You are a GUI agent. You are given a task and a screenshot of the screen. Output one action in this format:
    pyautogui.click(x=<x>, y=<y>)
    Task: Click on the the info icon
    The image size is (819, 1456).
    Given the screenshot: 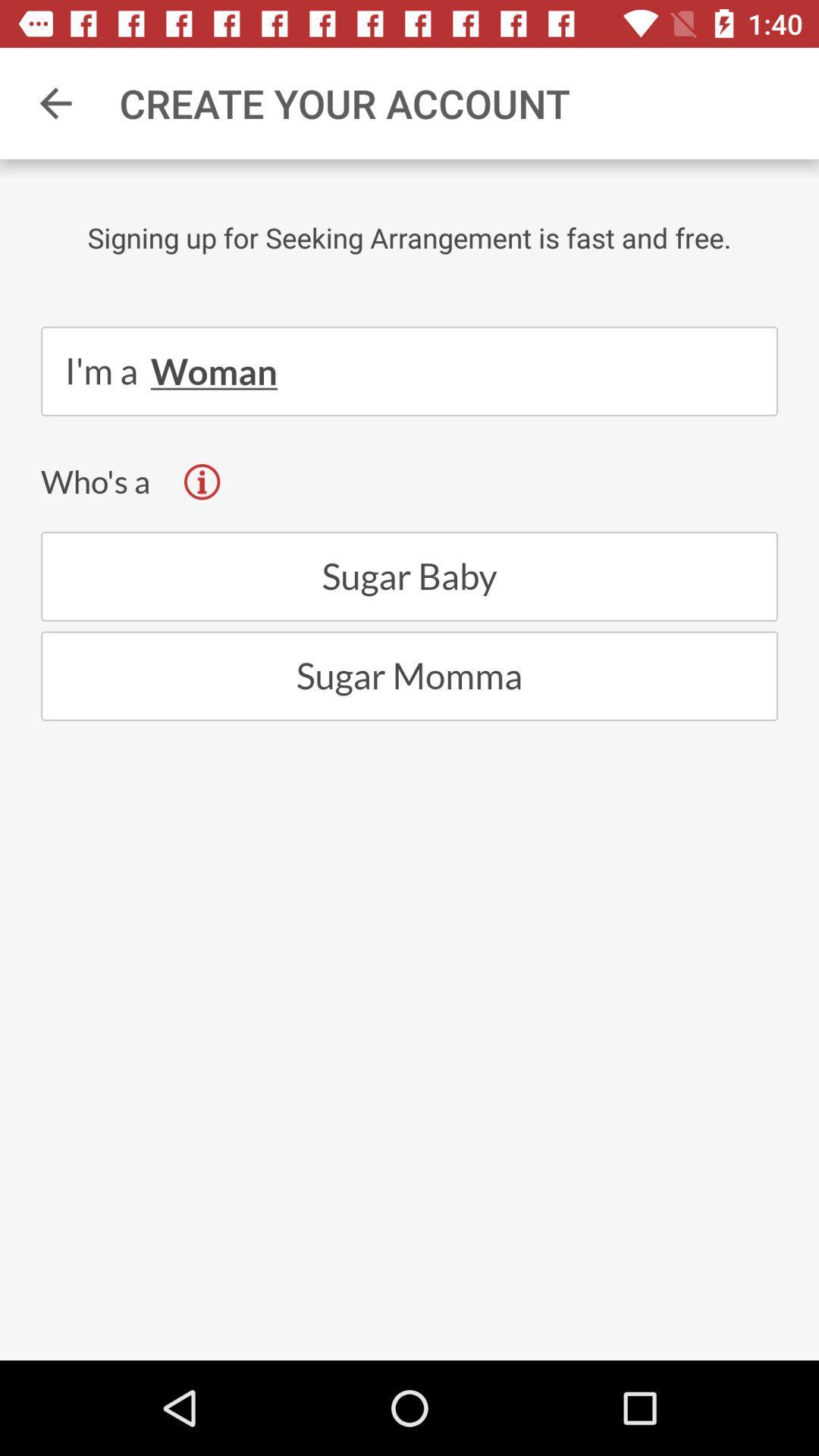 What is the action you would take?
    pyautogui.click(x=201, y=481)
    